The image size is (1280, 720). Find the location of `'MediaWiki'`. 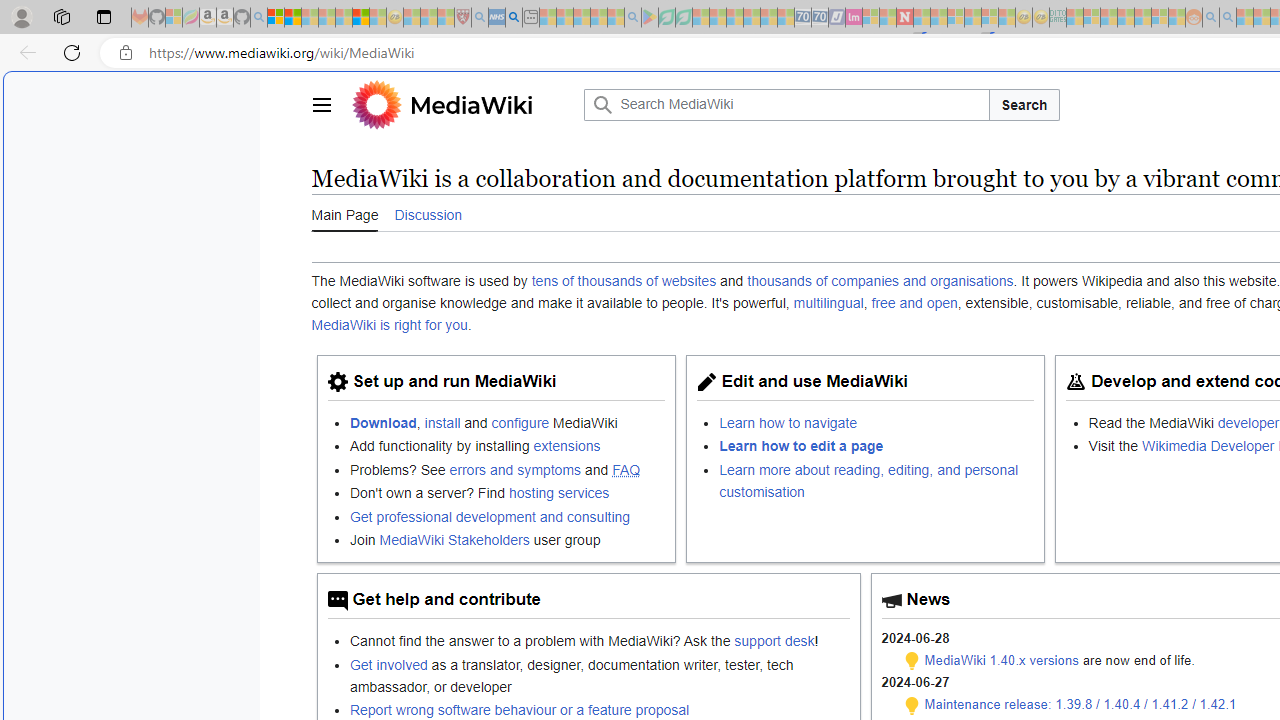

'MediaWiki' is located at coordinates (461, 105).